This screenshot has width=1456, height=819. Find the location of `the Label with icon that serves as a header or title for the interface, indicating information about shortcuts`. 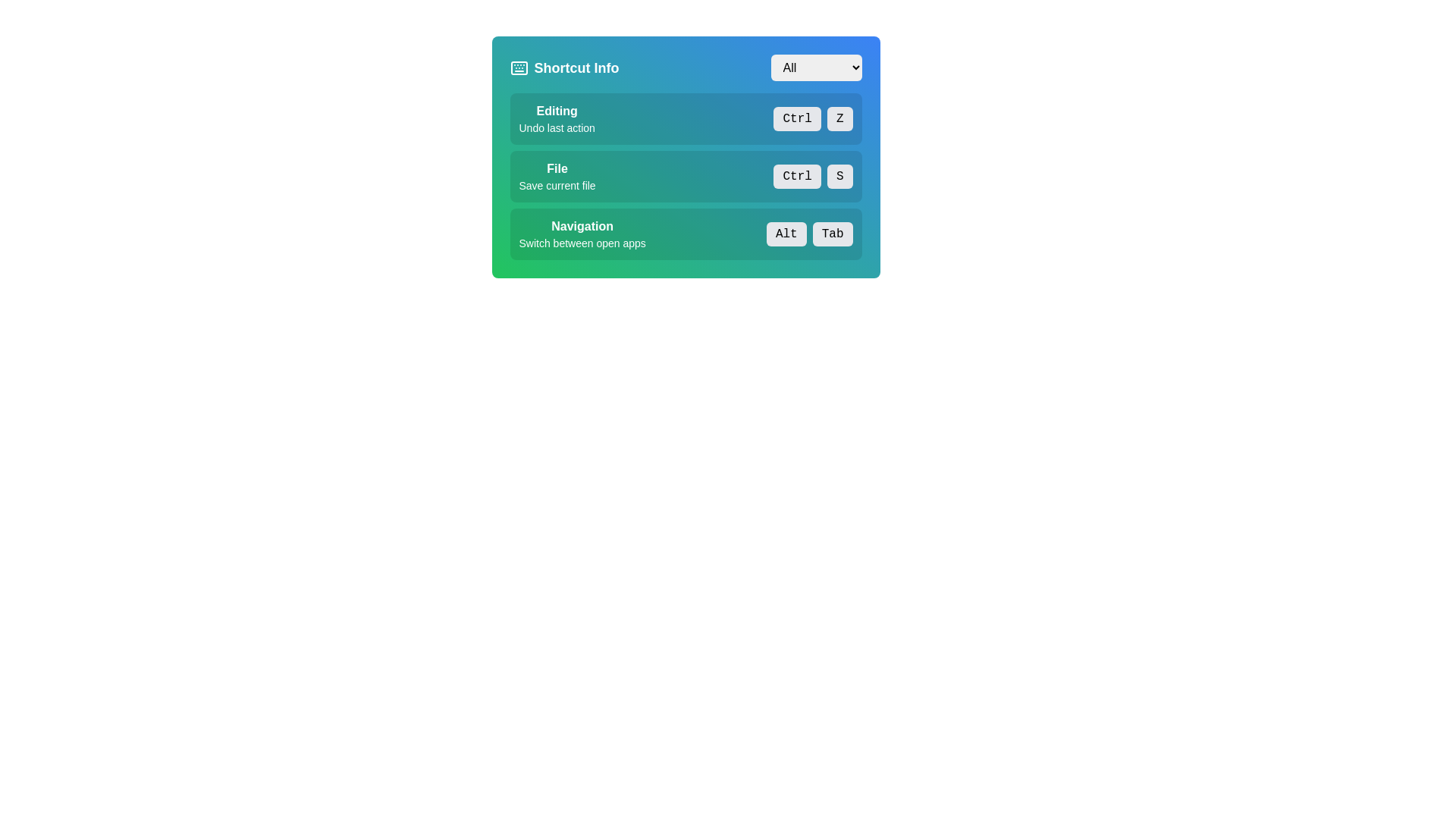

the Label with icon that serves as a header or title for the interface, indicating information about shortcuts is located at coordinates (563, 67).